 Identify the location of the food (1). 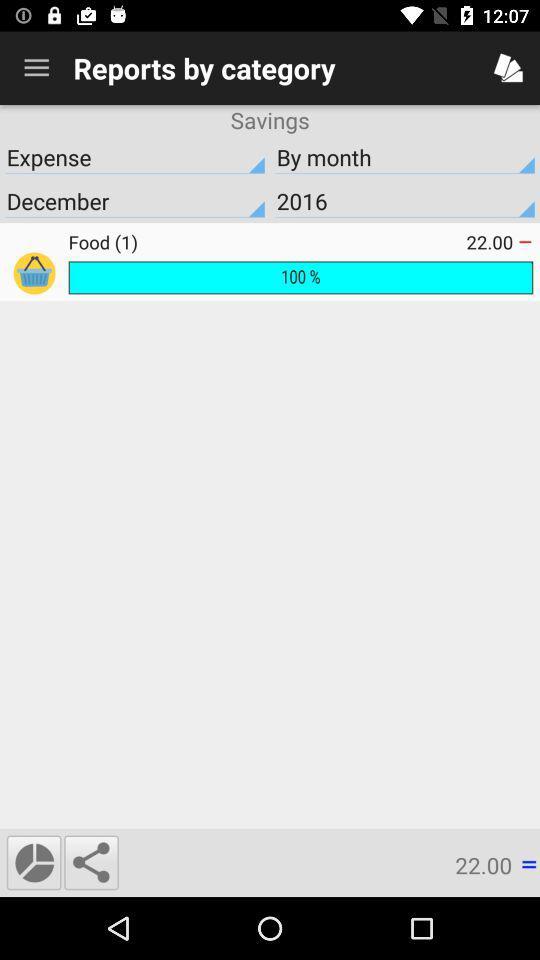
(267, 241).